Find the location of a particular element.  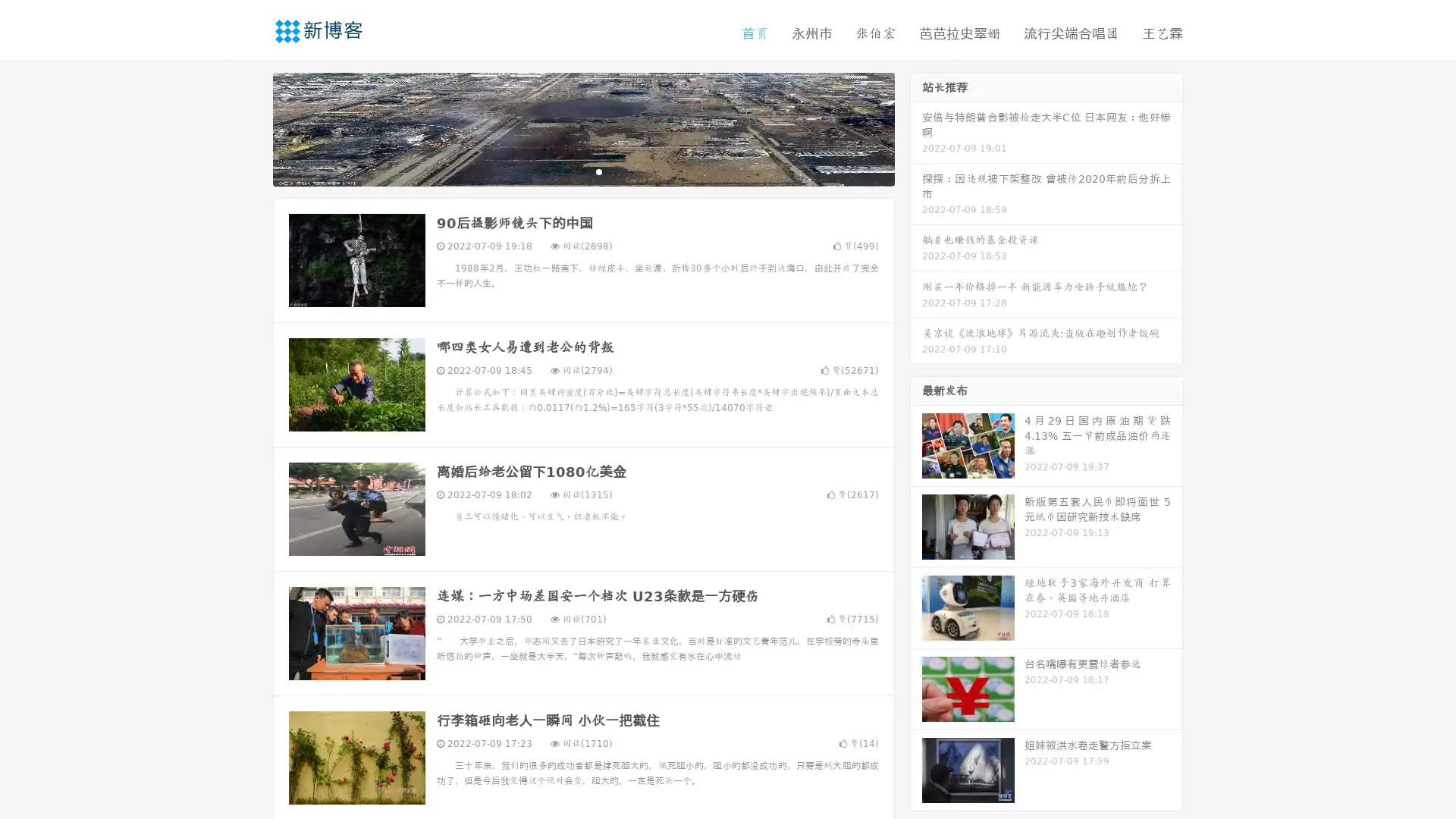

Go to slide 2 is located at coordinates (582, 171).